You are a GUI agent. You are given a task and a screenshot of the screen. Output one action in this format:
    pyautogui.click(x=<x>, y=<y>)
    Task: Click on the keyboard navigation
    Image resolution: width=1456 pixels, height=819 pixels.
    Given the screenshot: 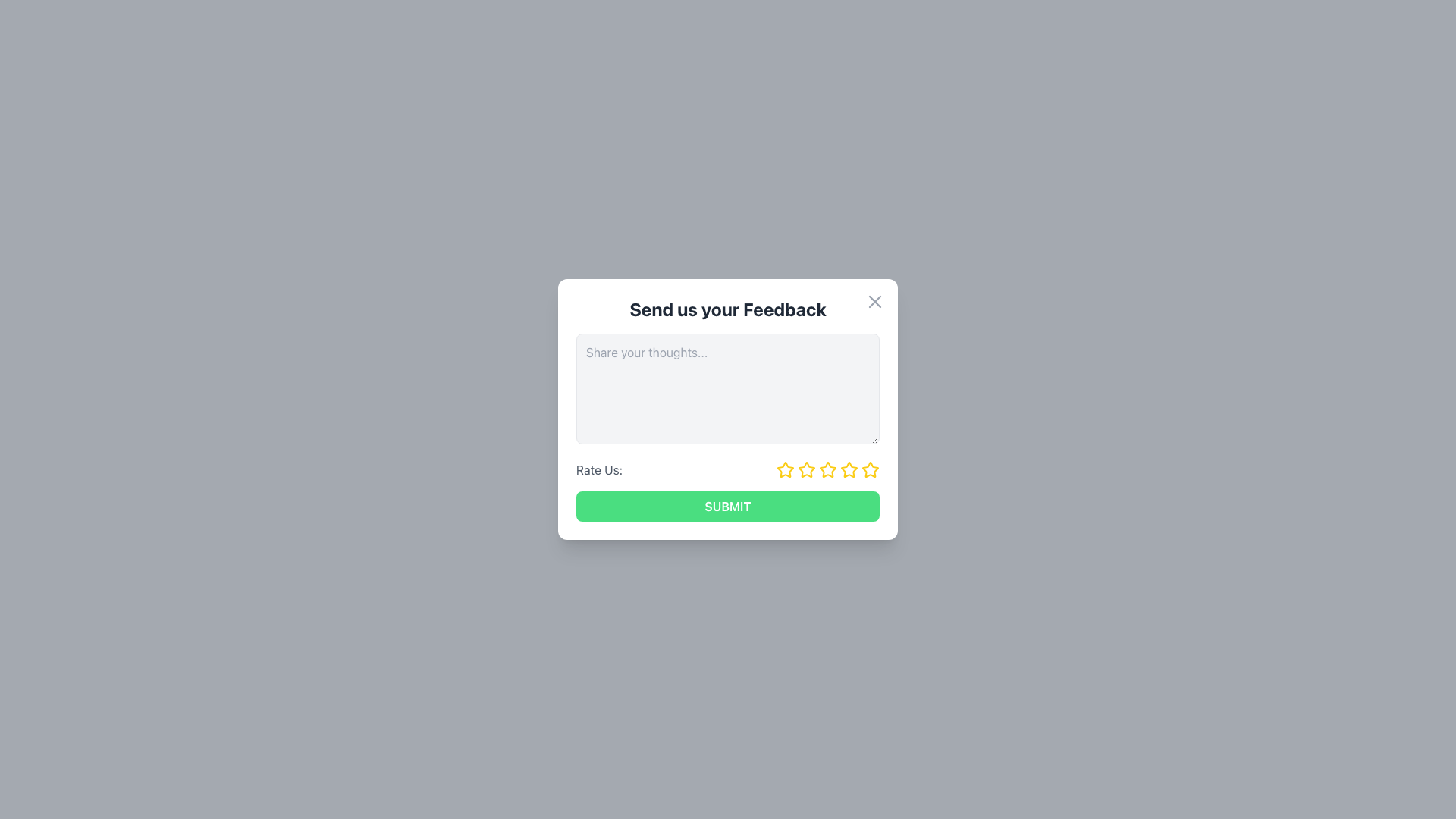 What is the action you would take?
    pyautogui.click(x=728, y=506)
    